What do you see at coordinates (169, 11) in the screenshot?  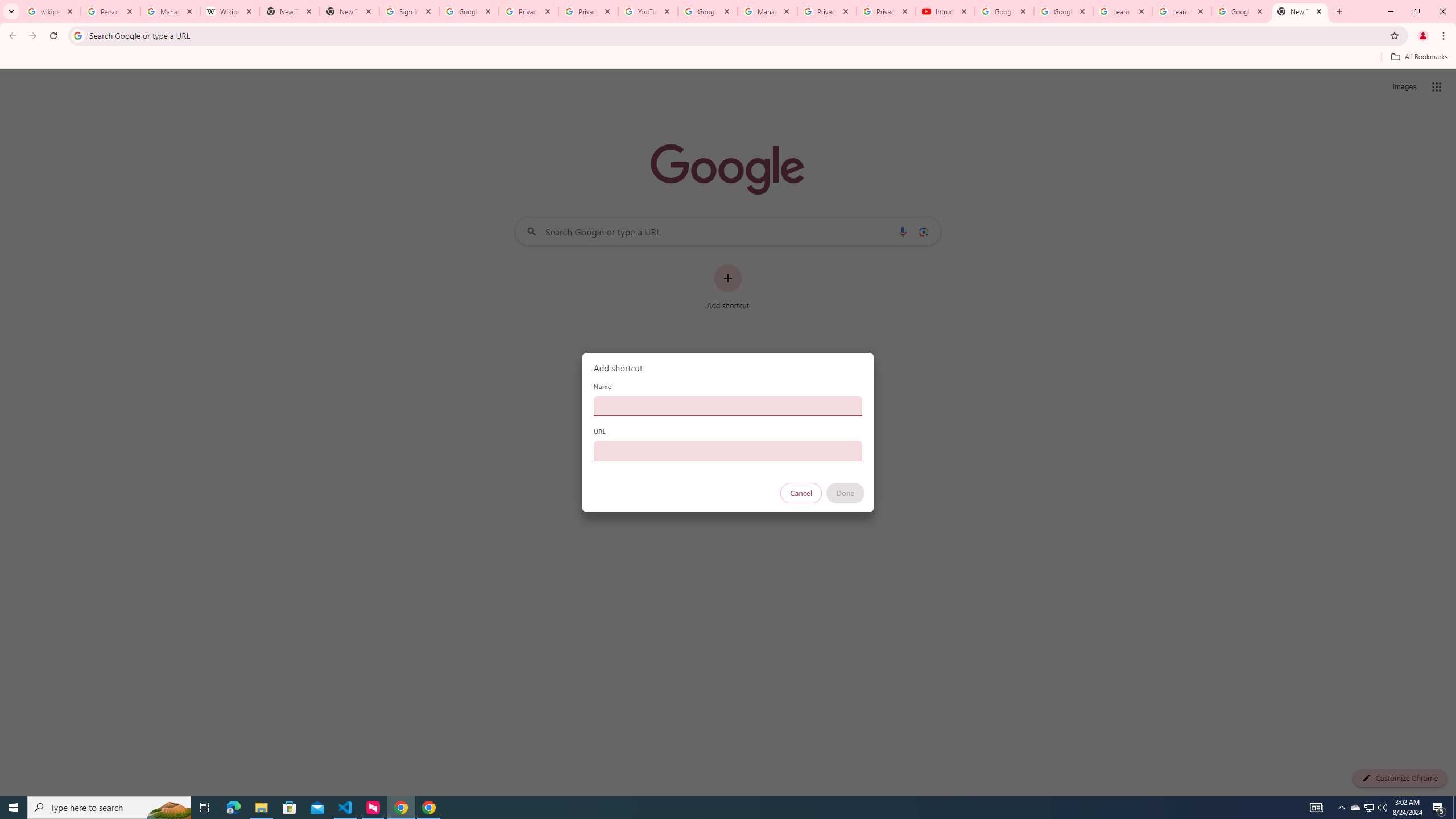 I see `'Manage your Location History - Google Search Help'` at bounding box center [169, 11].